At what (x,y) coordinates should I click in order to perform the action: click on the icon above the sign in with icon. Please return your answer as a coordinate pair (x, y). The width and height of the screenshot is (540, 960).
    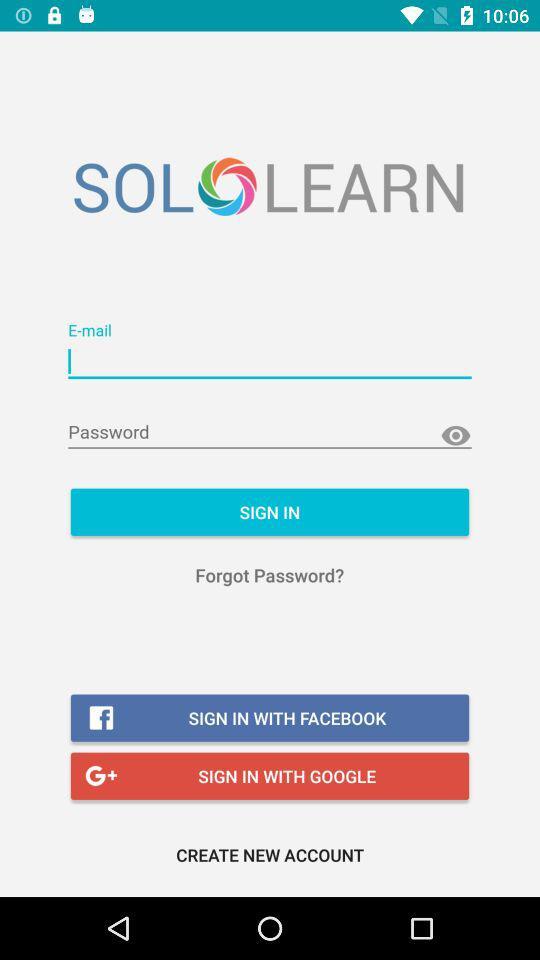
    Looking at the image, I should click on (269, 575).